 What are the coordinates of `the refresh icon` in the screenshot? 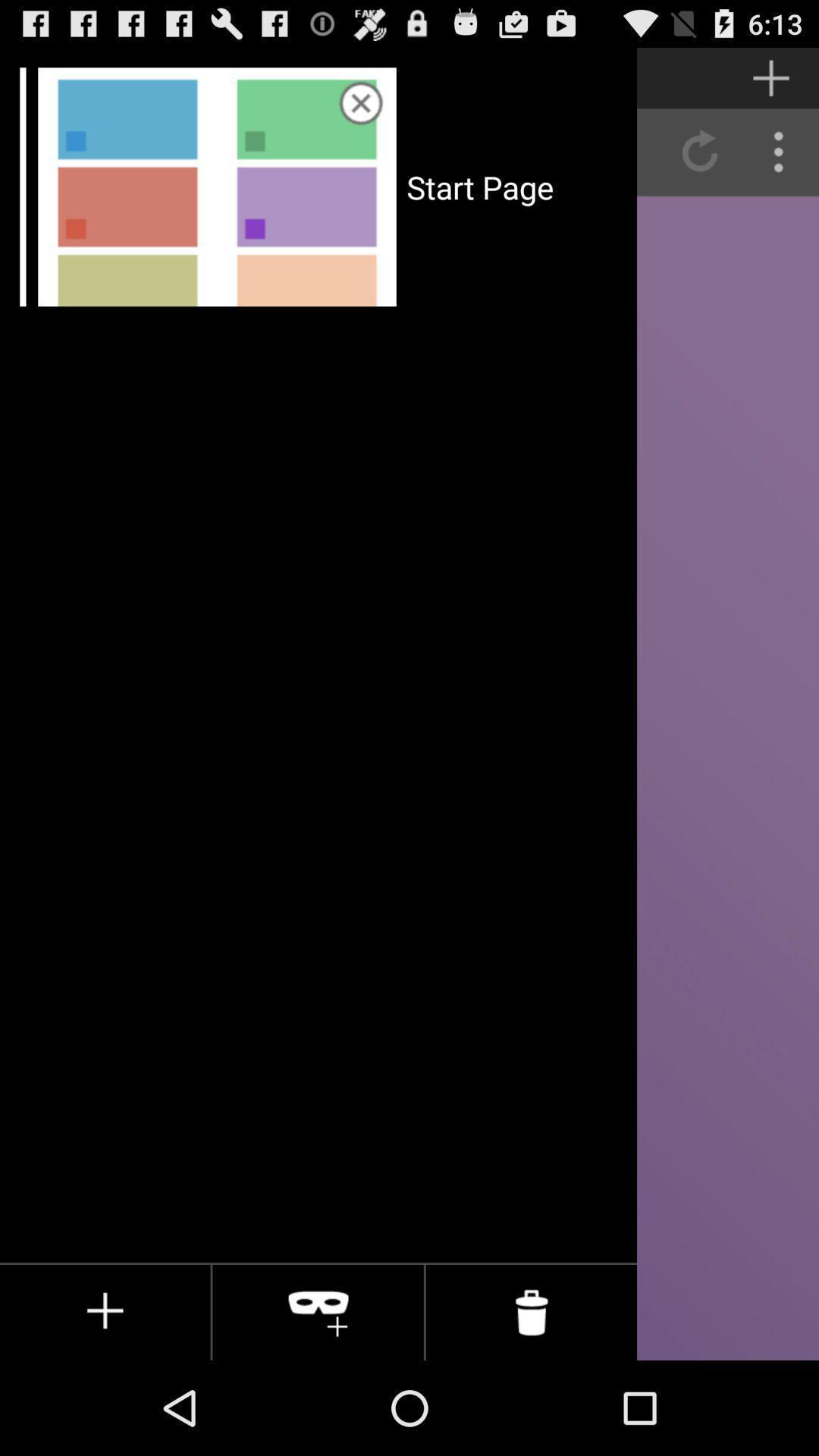 It's located at (699, 163).